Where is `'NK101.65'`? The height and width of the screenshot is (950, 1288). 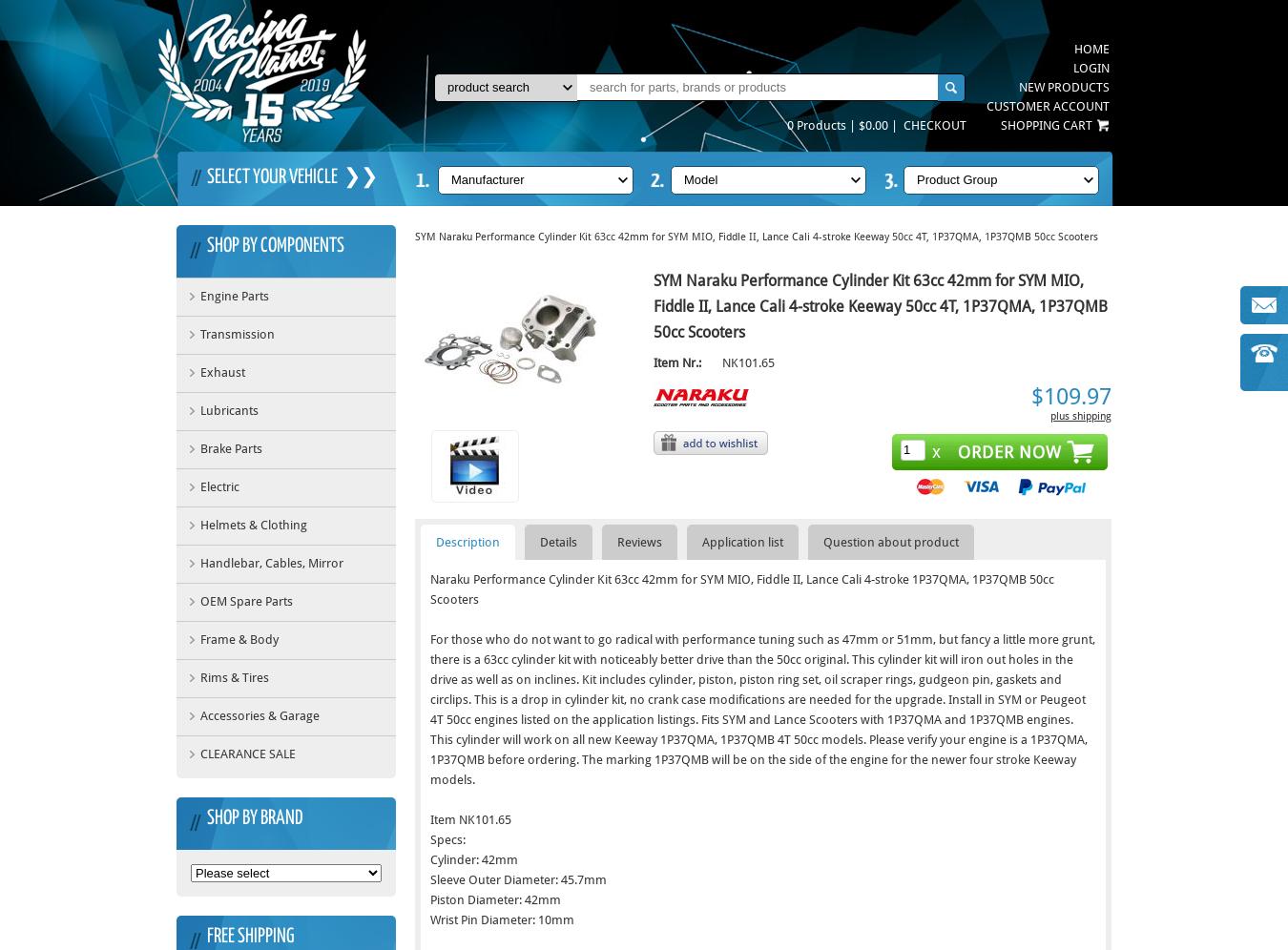 'NK101.65' is located at coordinates (747, 361).